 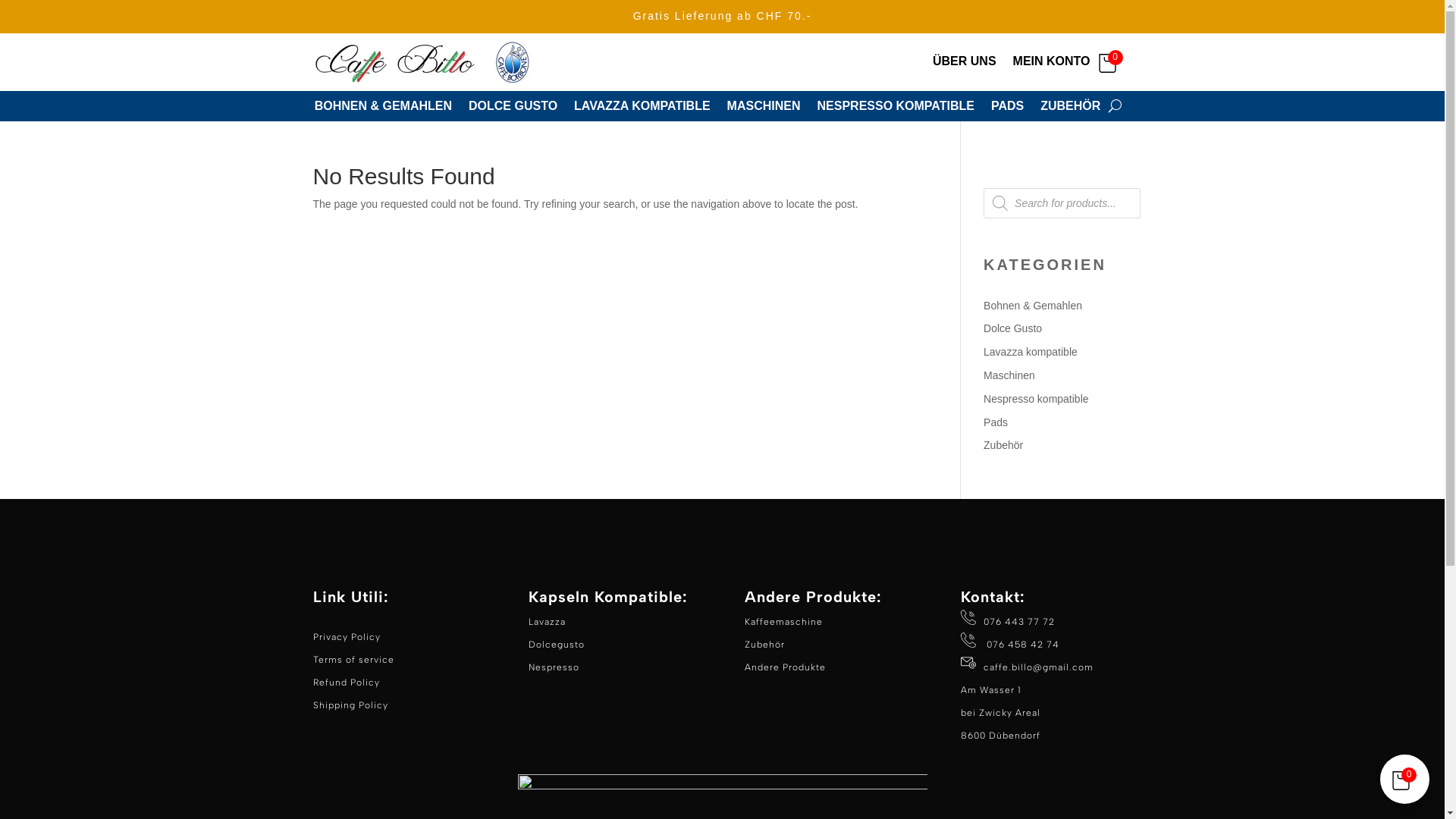 I want to click on 'Nespresso kompatible', so click(x=983, y=397).